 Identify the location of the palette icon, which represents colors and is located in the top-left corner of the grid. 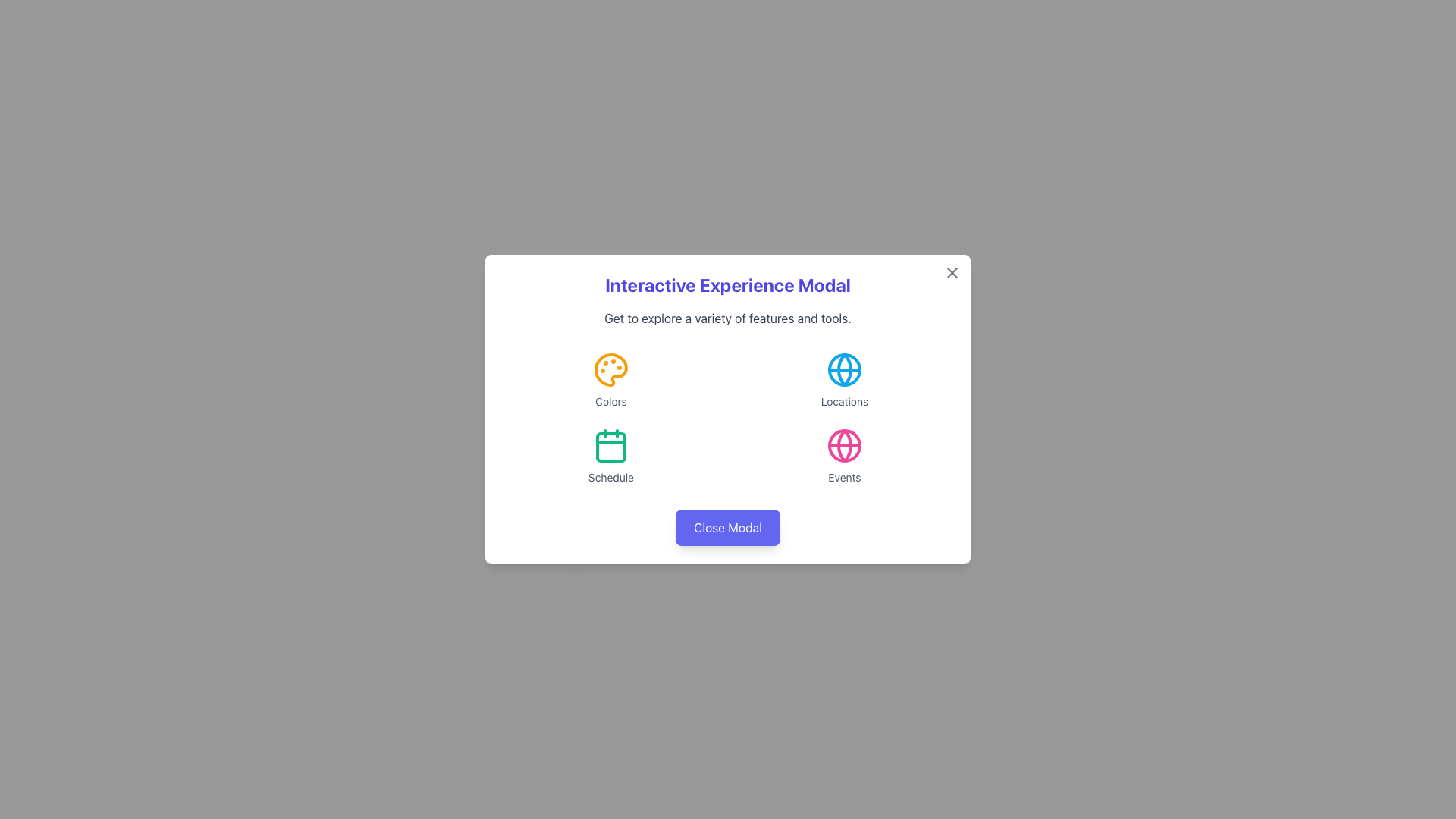
(611, 370).